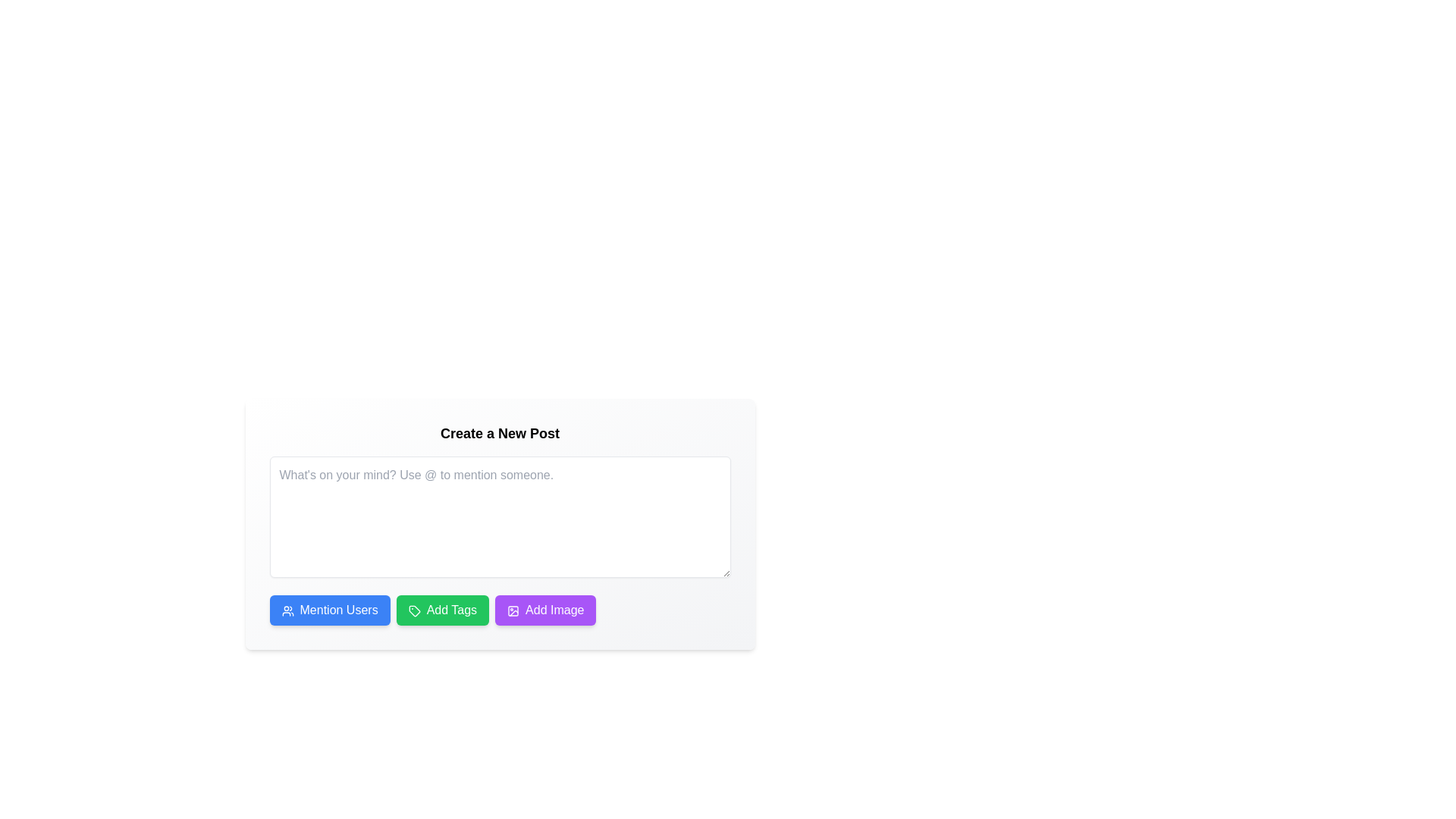 Image resolution: width=1456 pixels, height=819 pixels. I want to click on the icon on the 'Add Tags' button, which is positioned leftmost within a green rectangular button, to initiate the tag addition process, so click(414, 610).